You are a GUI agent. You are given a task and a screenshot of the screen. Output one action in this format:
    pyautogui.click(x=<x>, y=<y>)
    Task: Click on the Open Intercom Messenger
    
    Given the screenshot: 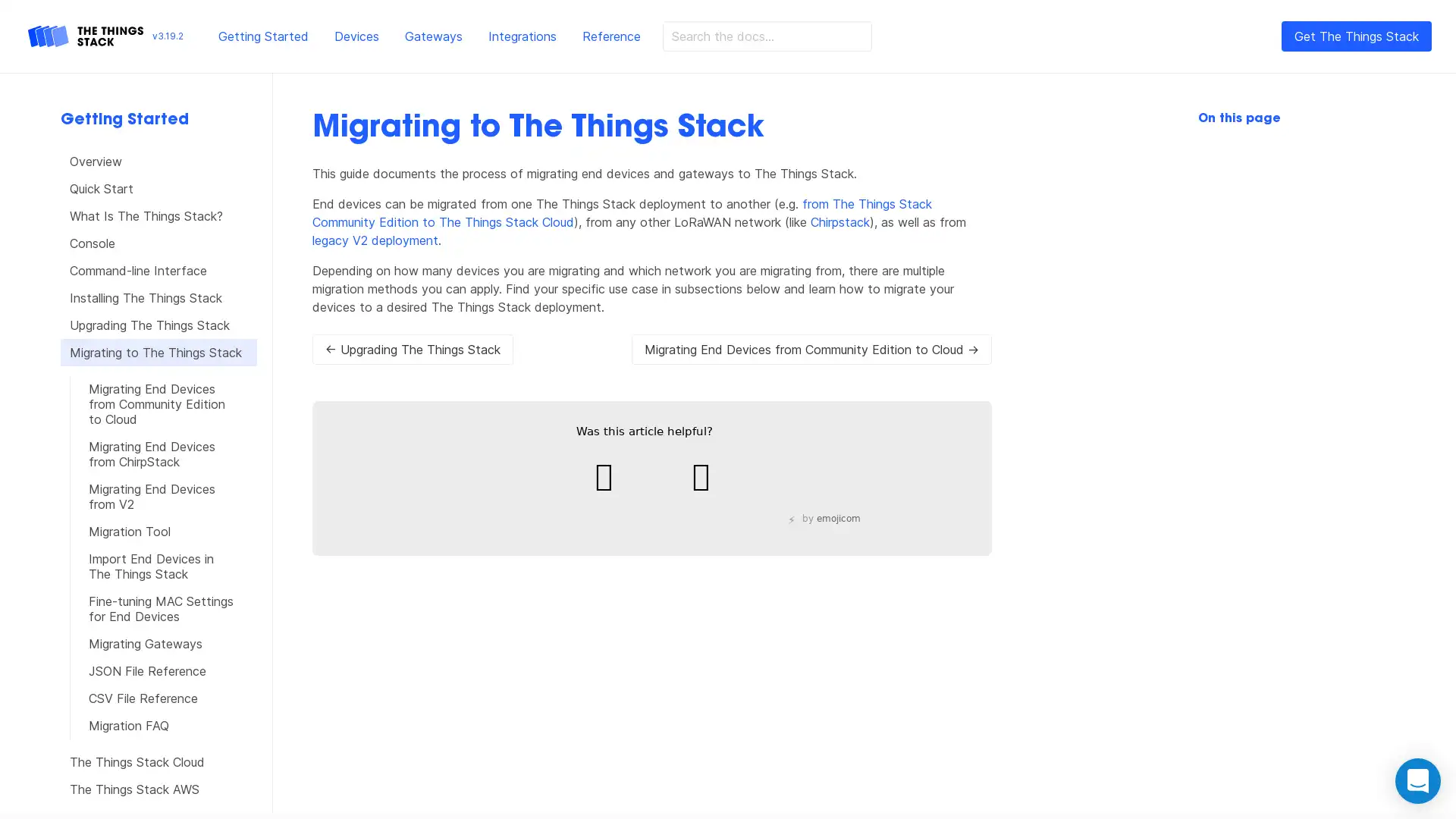 What is the action you would take?
    pyautogui.click(x=1417, y=780)
    